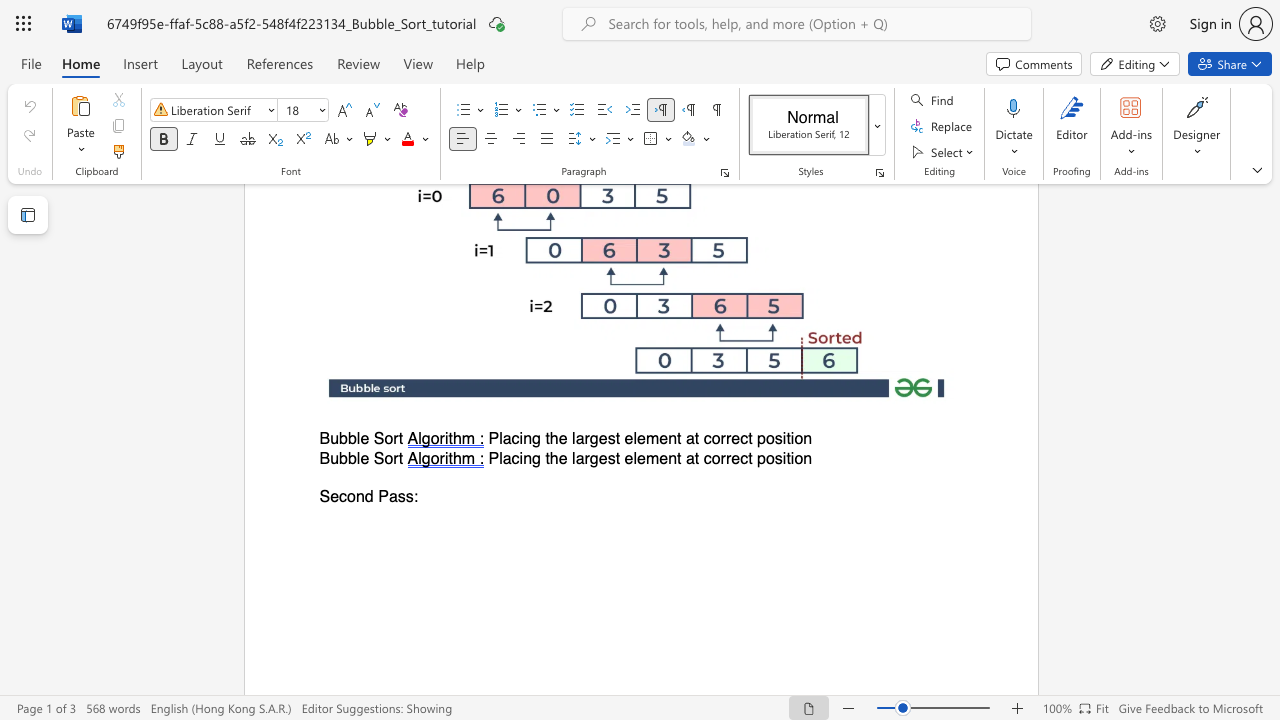  Describe the element at coordinates (356, 458) in the screenshot. I see `the subset text "le S" within the text "Bubble Sort"` at that location.